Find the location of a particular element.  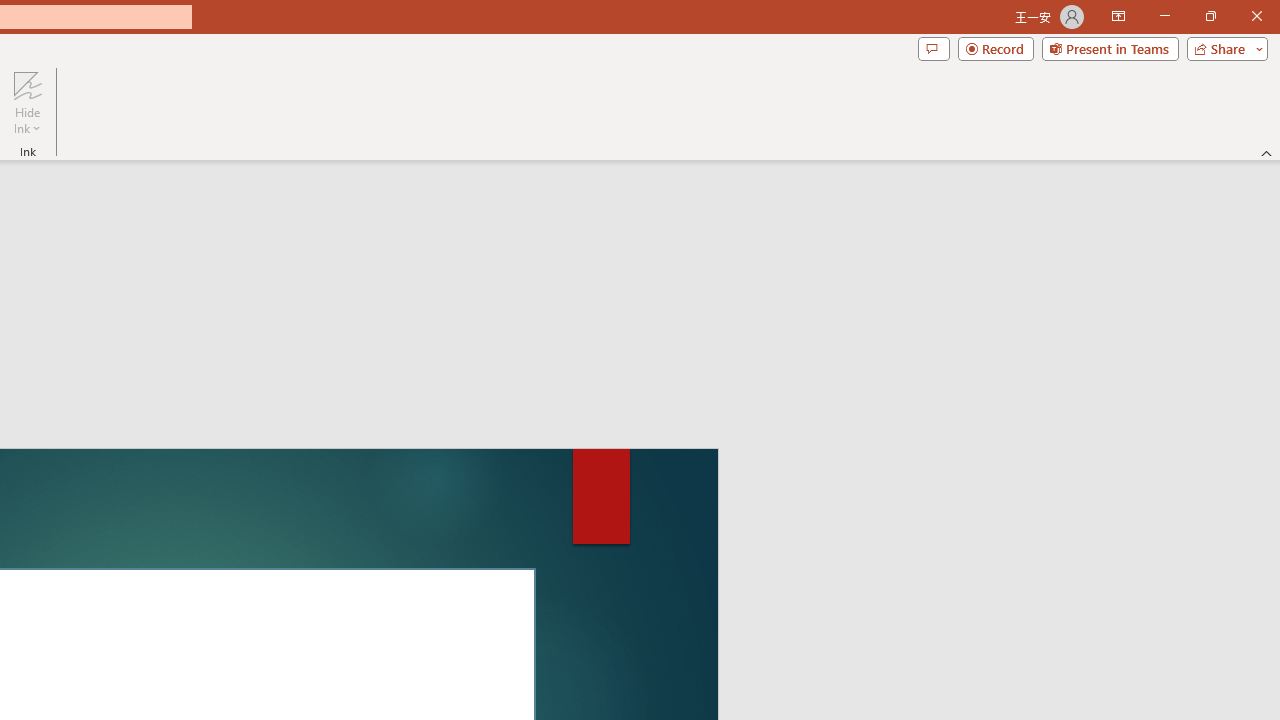

'Share' is located at coordinates (1222, 47).